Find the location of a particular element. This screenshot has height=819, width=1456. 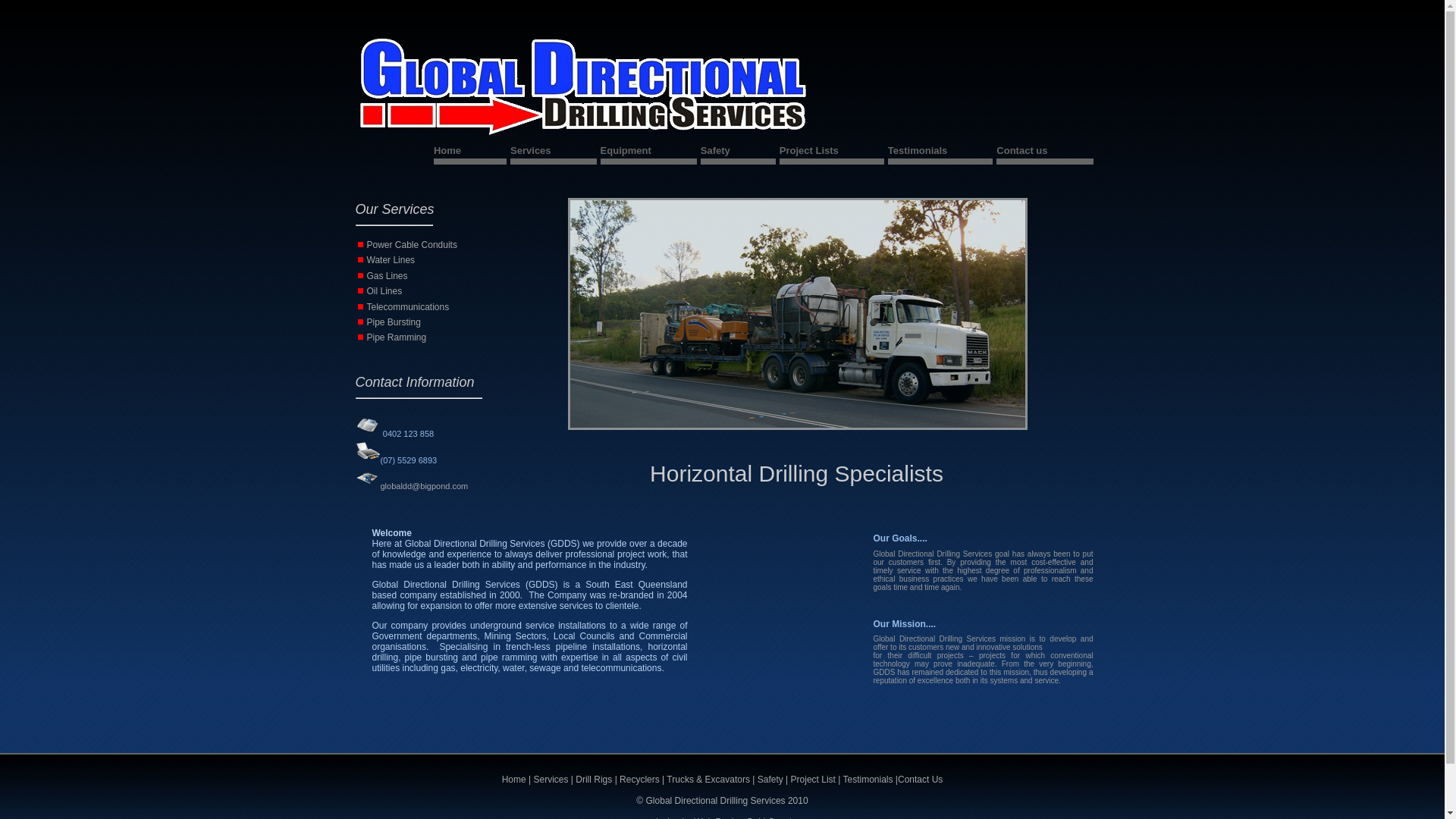

'Pipe Bursting' is located at coordinates (394, 321).